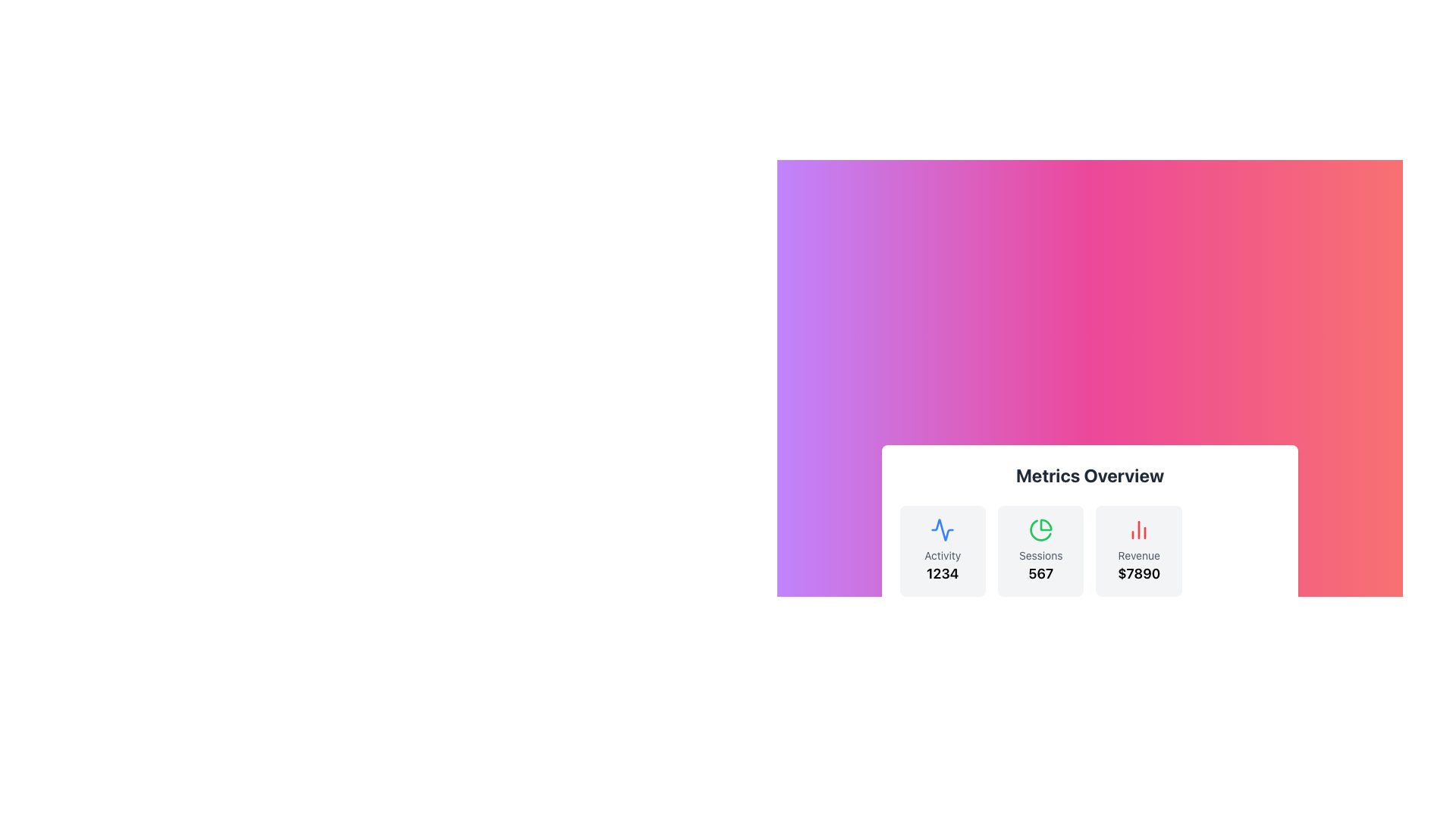 The image size is (1456, 819). What do you see at coordinates (1040, 573) in the screenshot?
I see `text displayed in the Text Label that represents the number of sessions, located at the bottom of the session-related section card, below the 'Sessions' label` at bounding box center [1040, 573].